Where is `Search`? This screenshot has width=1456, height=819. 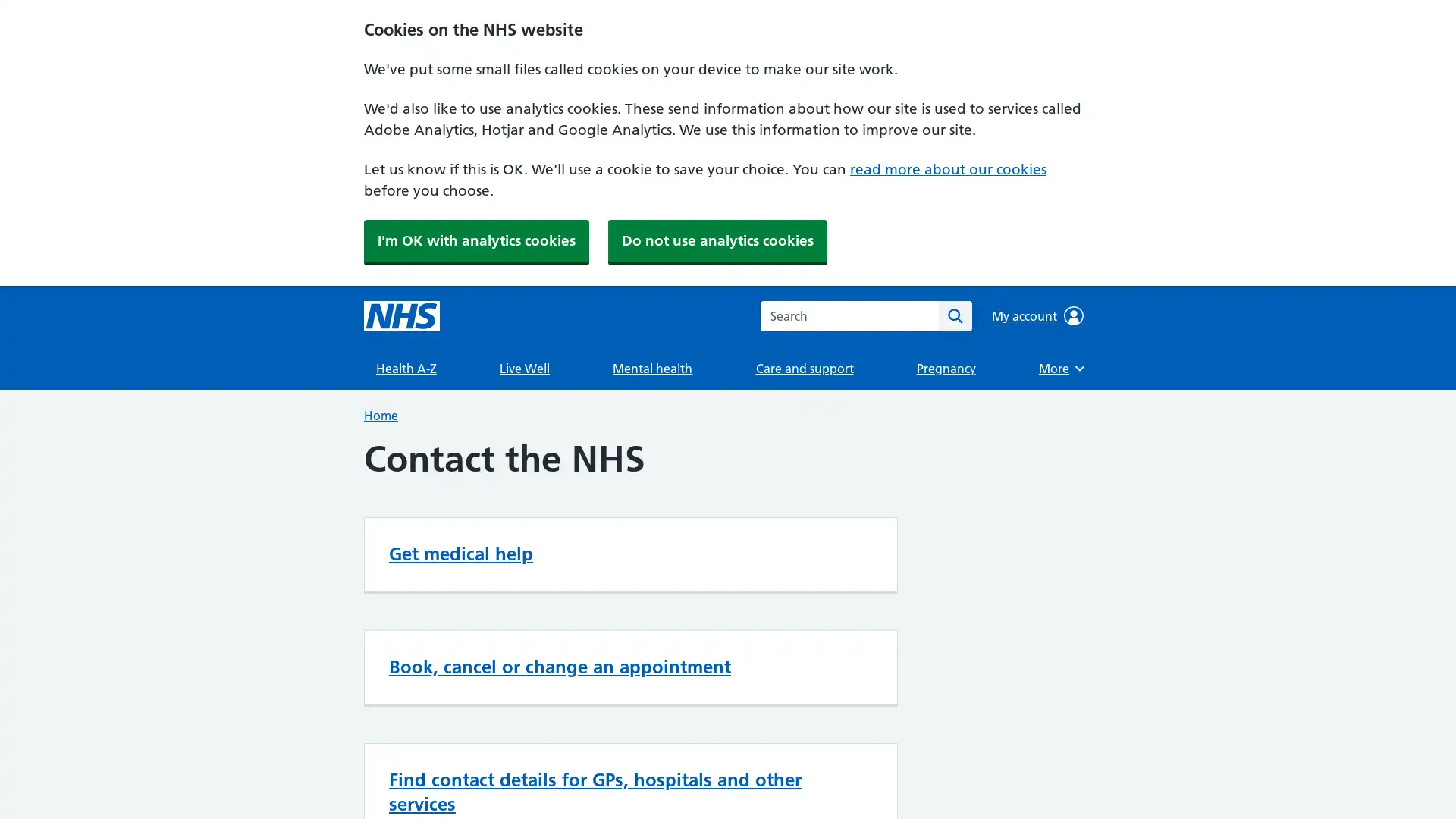
Search is located at coordinates (954, 315).